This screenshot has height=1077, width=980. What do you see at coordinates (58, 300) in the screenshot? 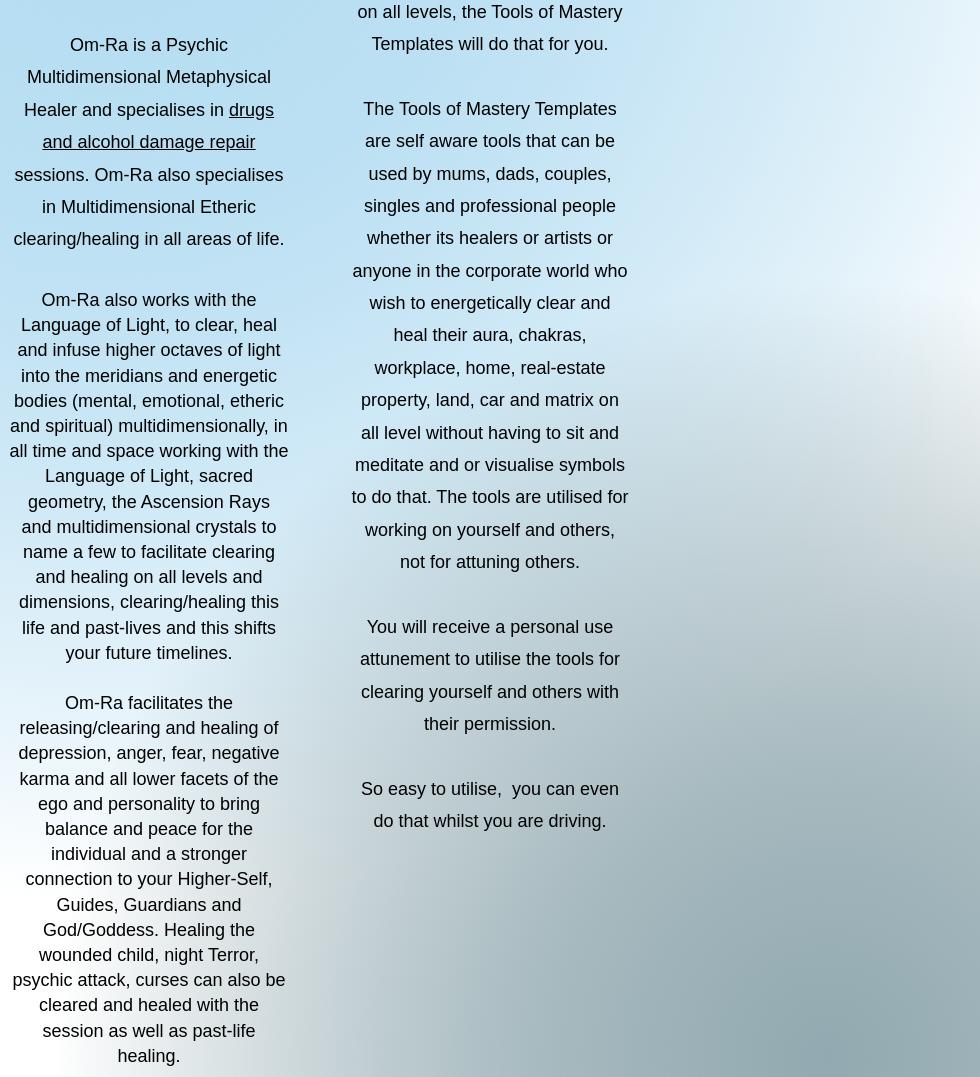
I see `'Om-'` at bounding box center [58, 300].